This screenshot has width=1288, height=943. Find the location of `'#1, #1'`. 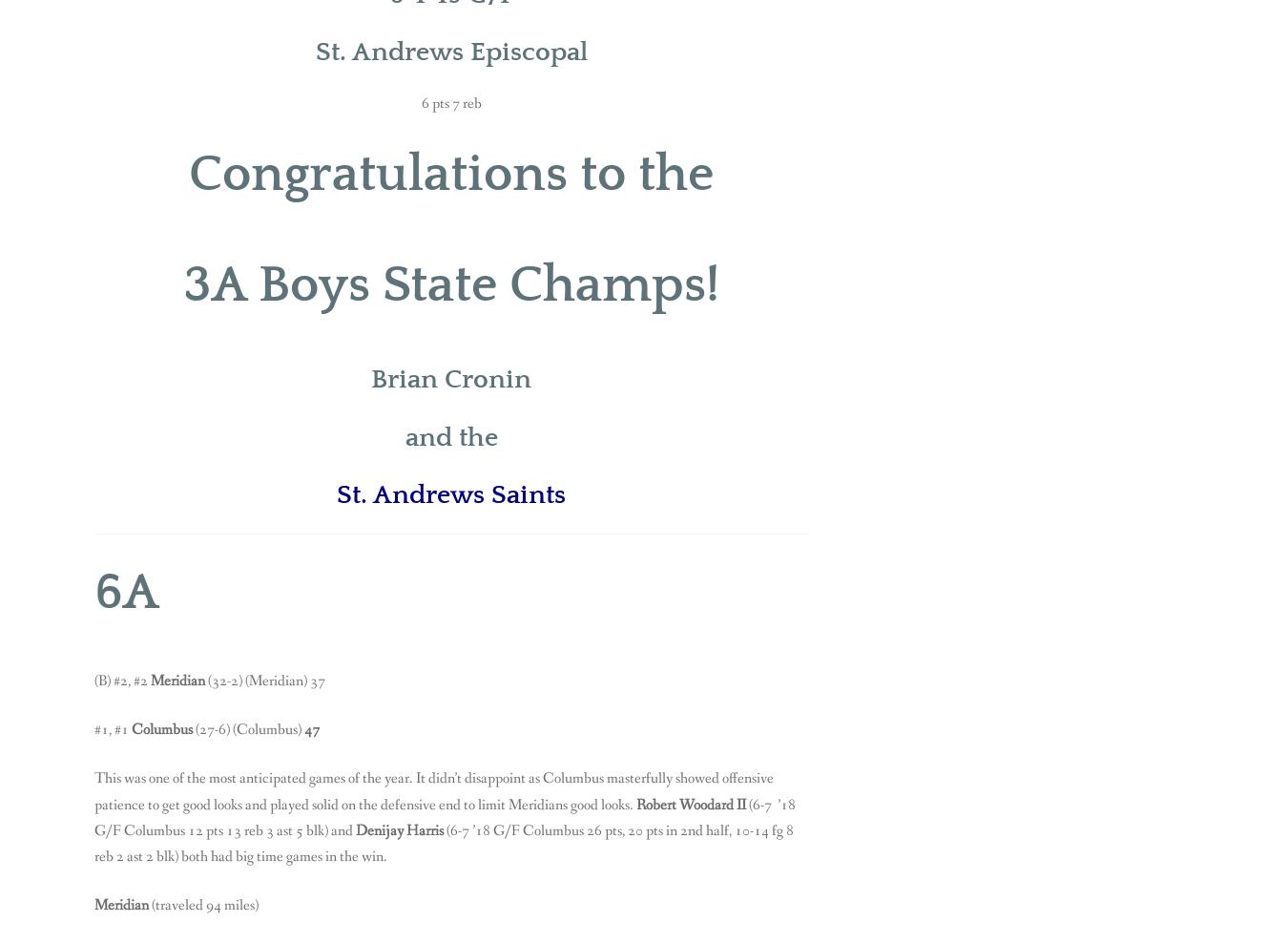

'#1, #1' is located at coordinates (93, 728).